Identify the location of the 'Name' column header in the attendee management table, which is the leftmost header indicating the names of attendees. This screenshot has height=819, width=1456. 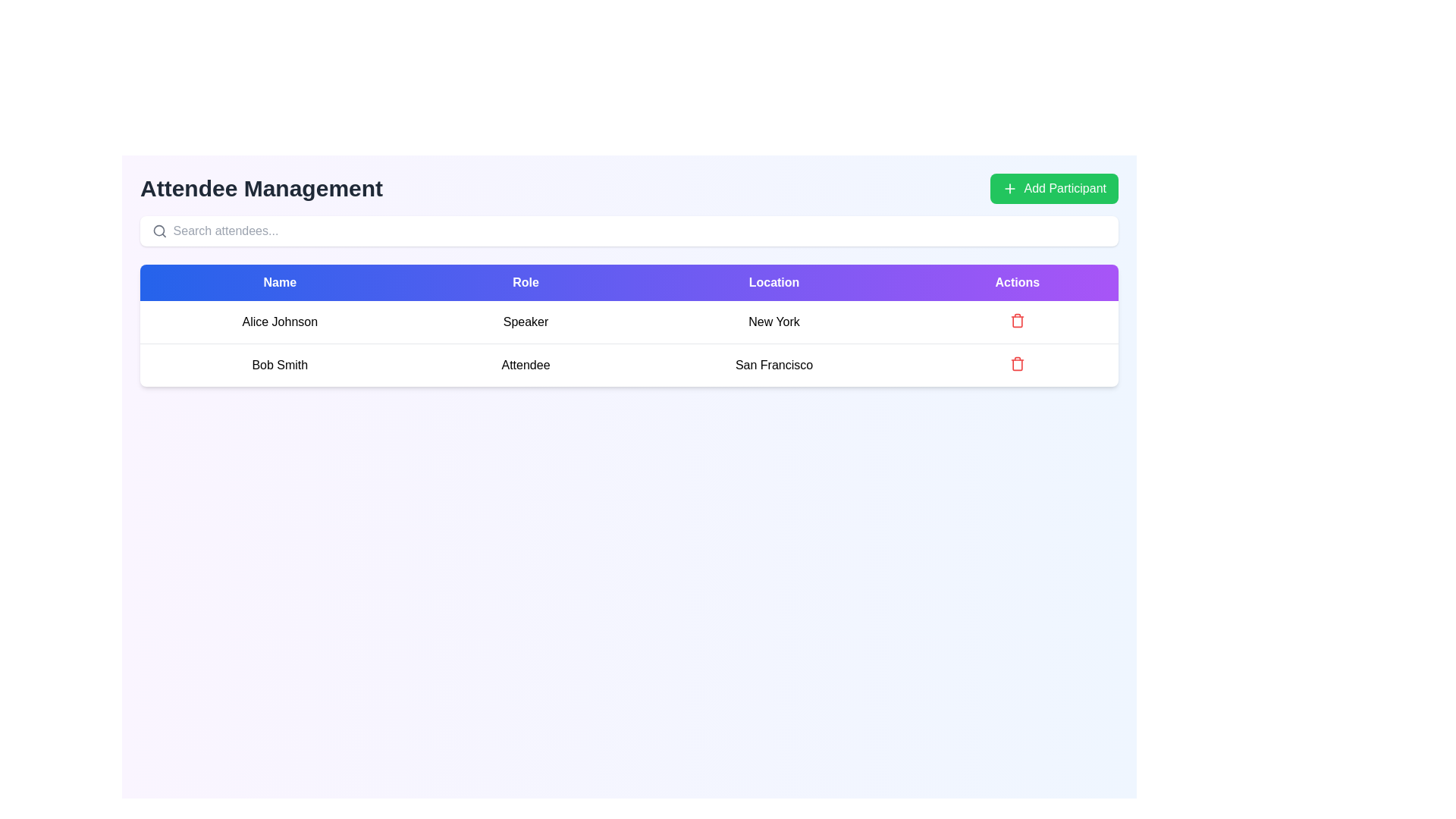
(280, 283).